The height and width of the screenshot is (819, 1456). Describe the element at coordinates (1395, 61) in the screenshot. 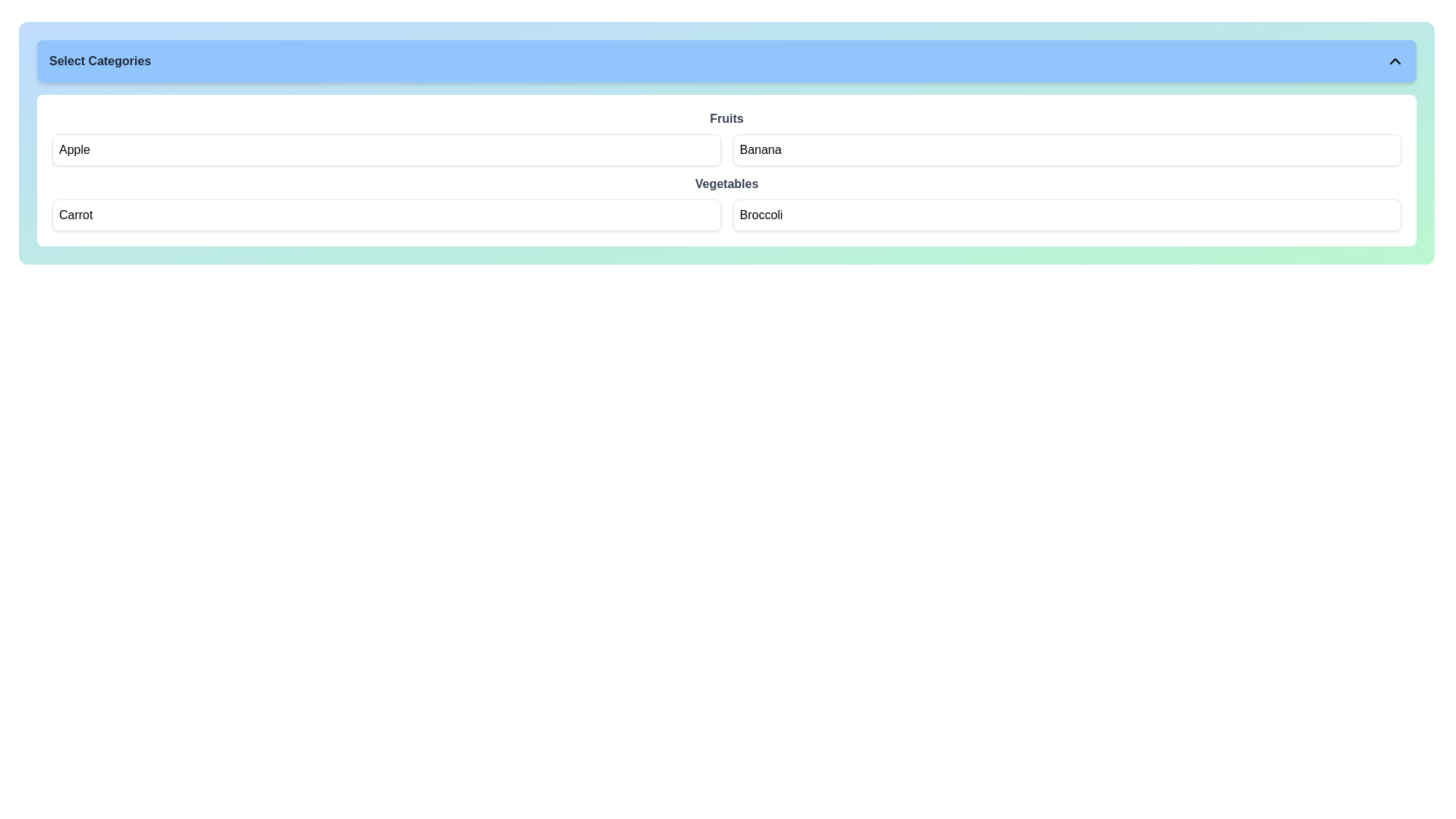

I see `the black upward-pointing chevron icon button located on the light blue 'Select Categories' bar` at that location.